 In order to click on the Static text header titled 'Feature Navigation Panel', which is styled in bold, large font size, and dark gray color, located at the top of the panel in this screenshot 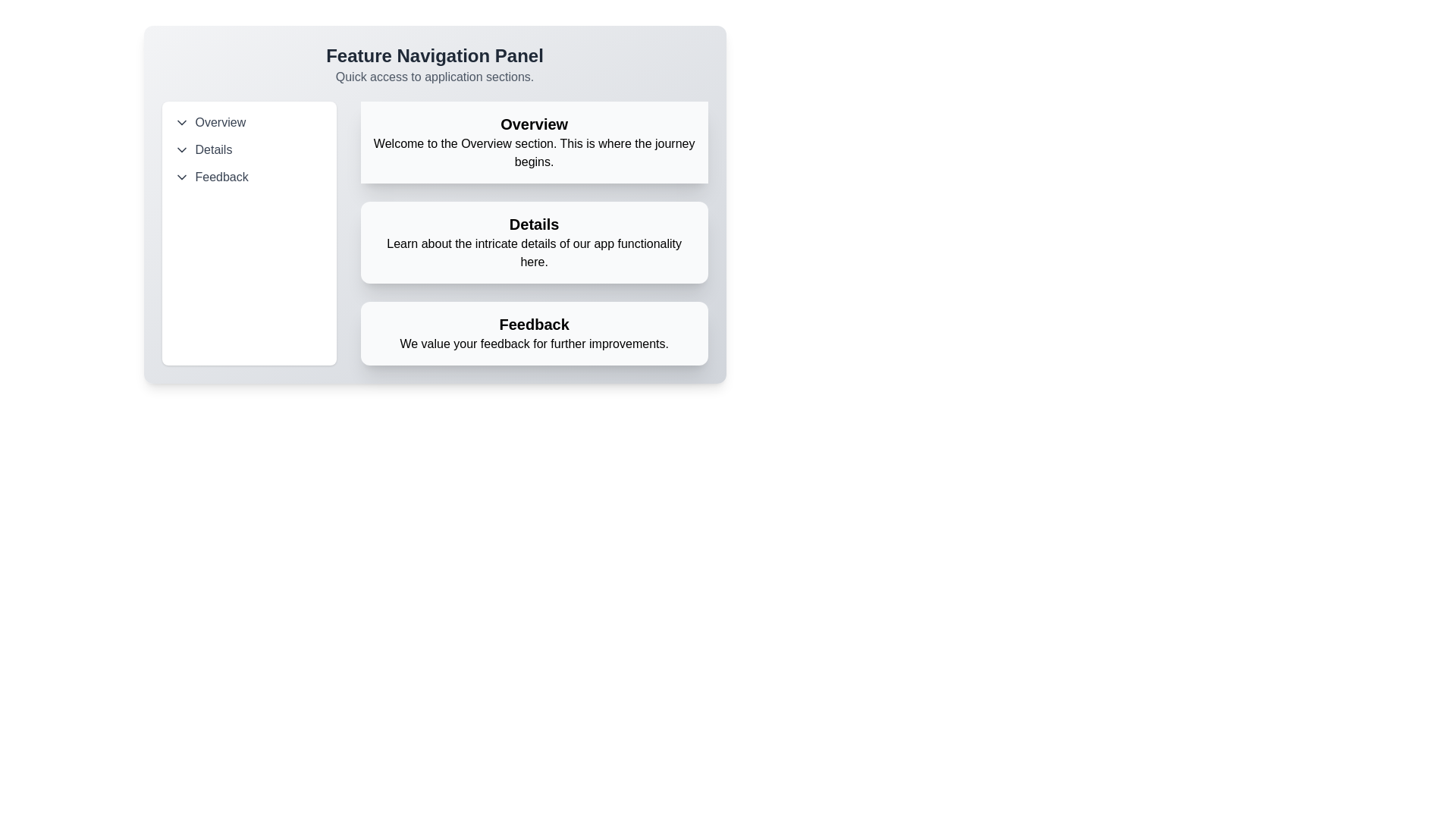, I will do `click(434, 55)`.